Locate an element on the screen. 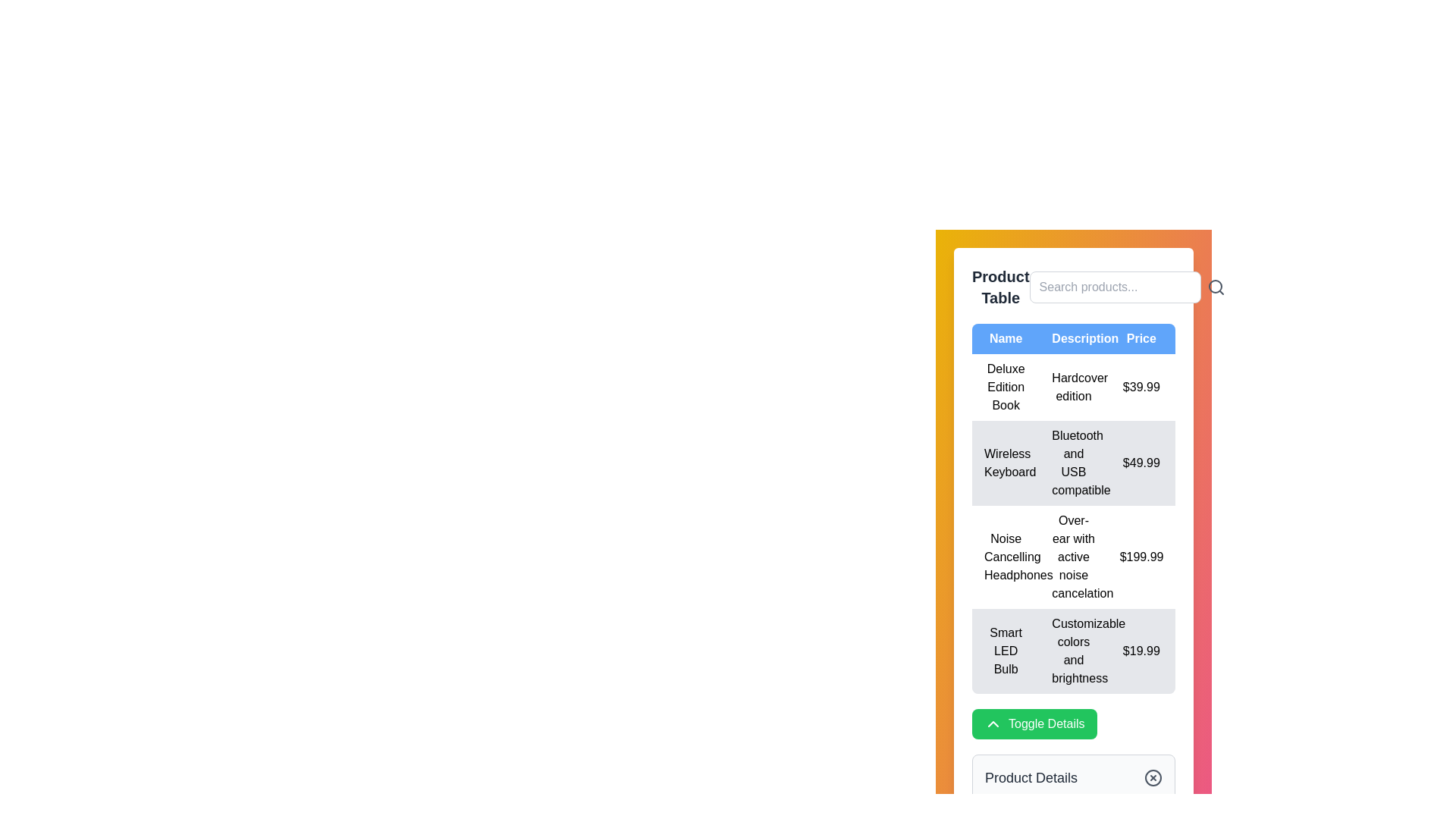 The width and height of the screenshot is (1456, 819). the text in the first row of the product details table, which contains the product's name, type or description, and price is located at coordinates (1073, 386).